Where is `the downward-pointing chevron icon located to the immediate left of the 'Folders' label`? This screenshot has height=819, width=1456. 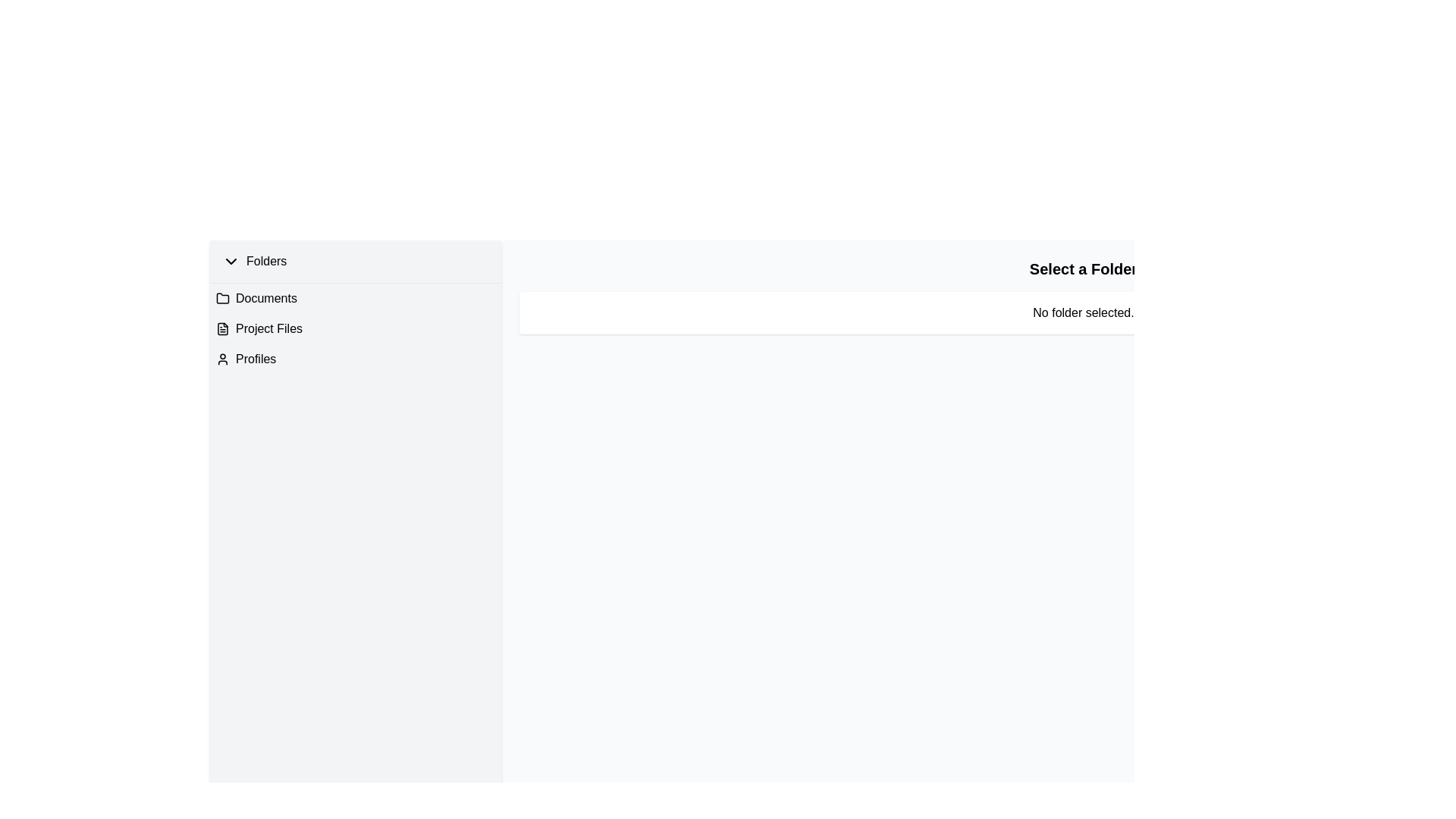
the downward-pointing chevron icon located to the immediate left of the 'Folders' label is located at coordinates (231, 260).